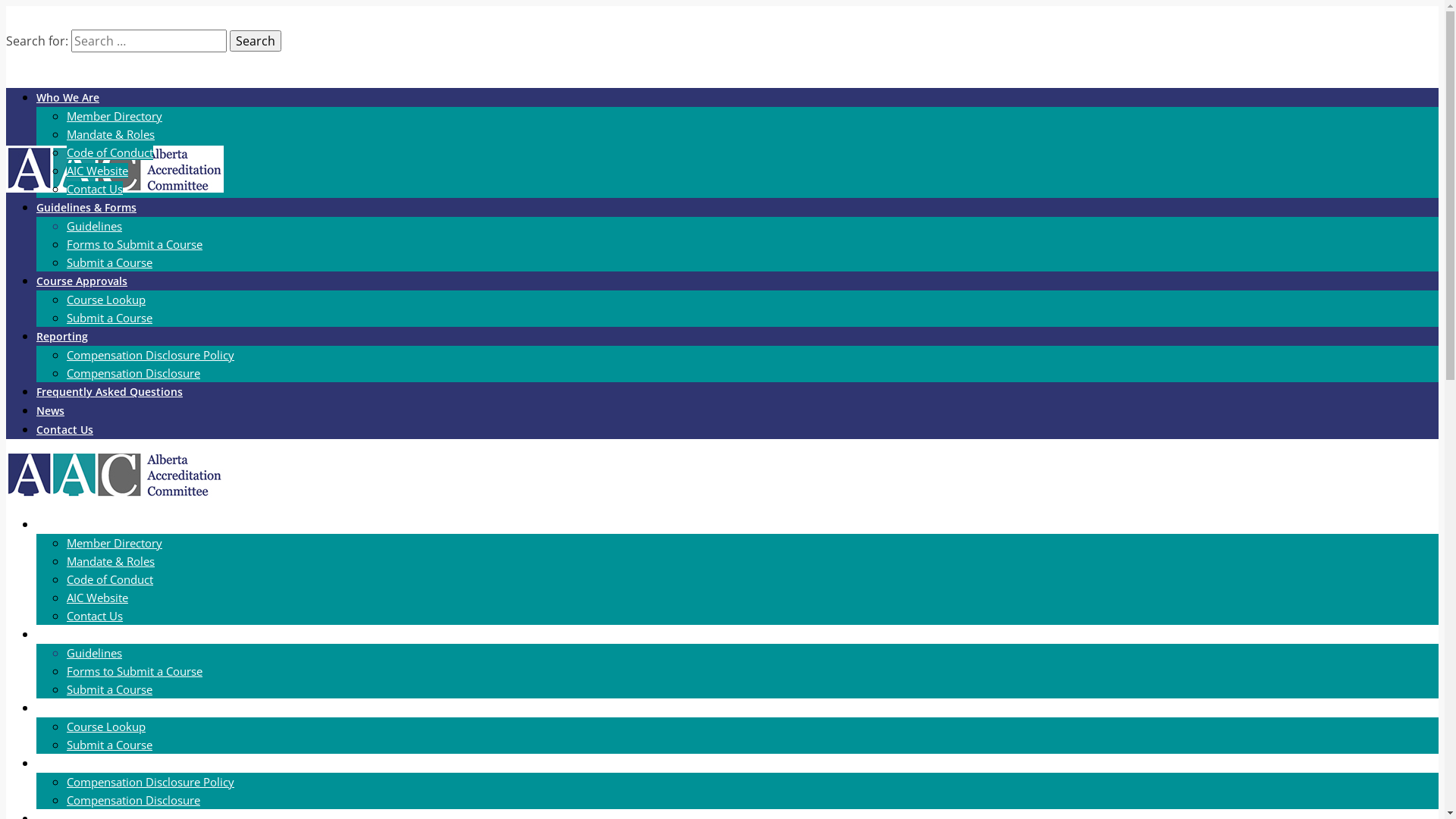  What do you see at coordinates (86, 207) in the screenshot?
I see `'Guidelines & Forms'` at bounding box center [86, 207].